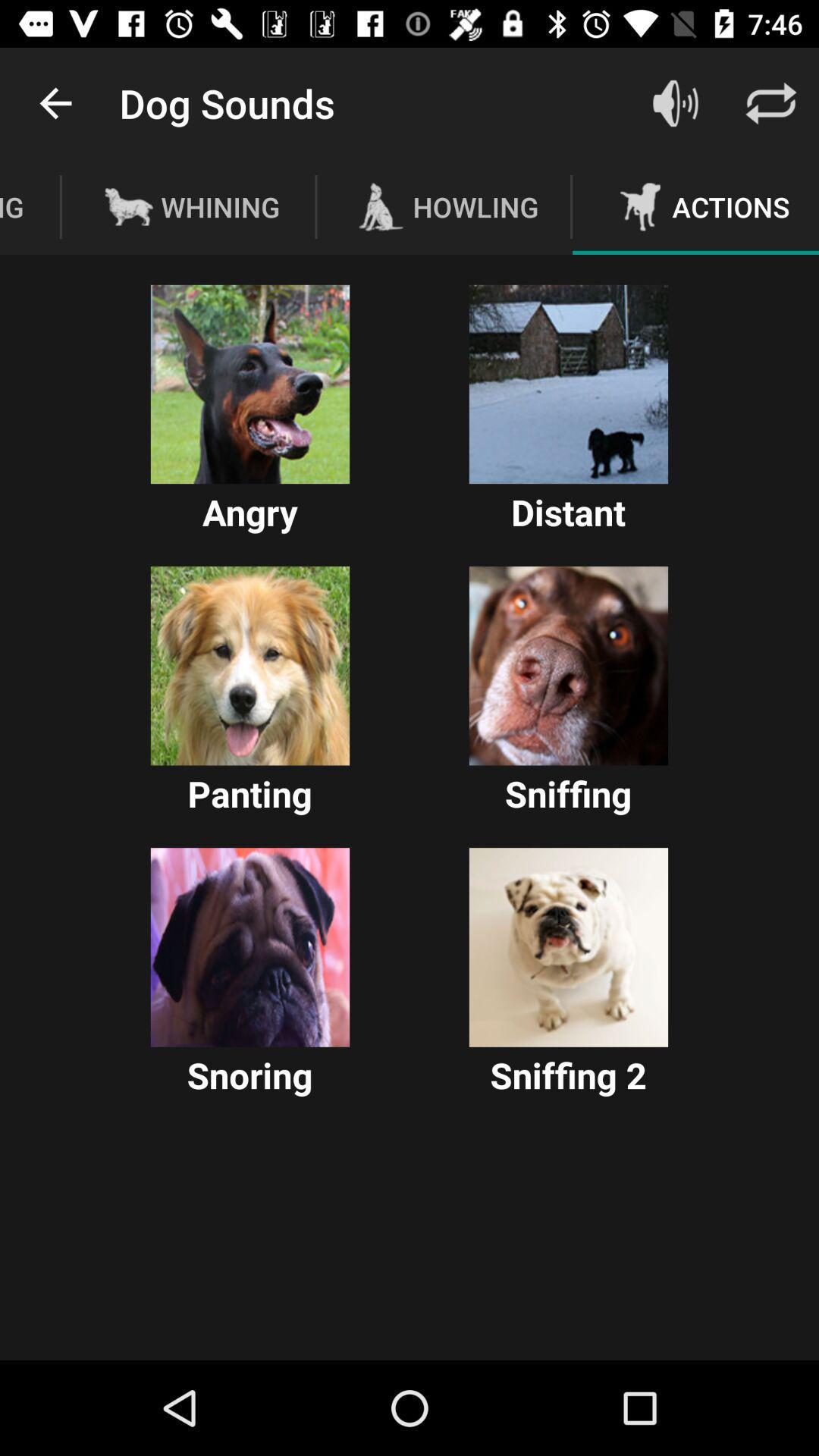 Image resolution: width=819 pixels, height=1456 pixels. Describe the element at coordinates (675, 102) in the screenshot. I see `the item next to howling item` at that location.